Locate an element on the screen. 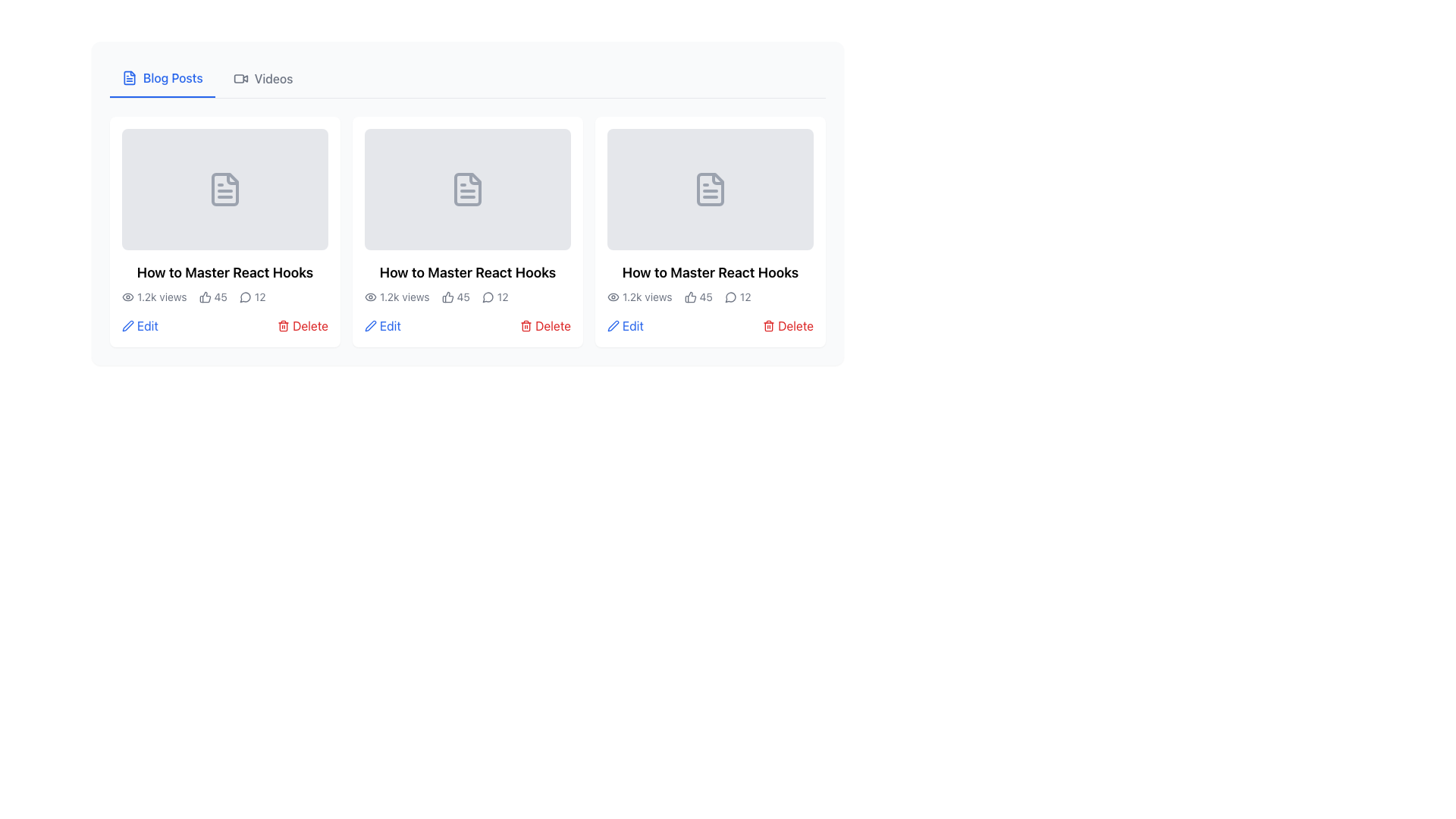 The height and width of the screenshot is (819, 1456). the second title in the 'Blog Posts' section, which serves as the heading for the blog post is located at coordinates (709, 271).